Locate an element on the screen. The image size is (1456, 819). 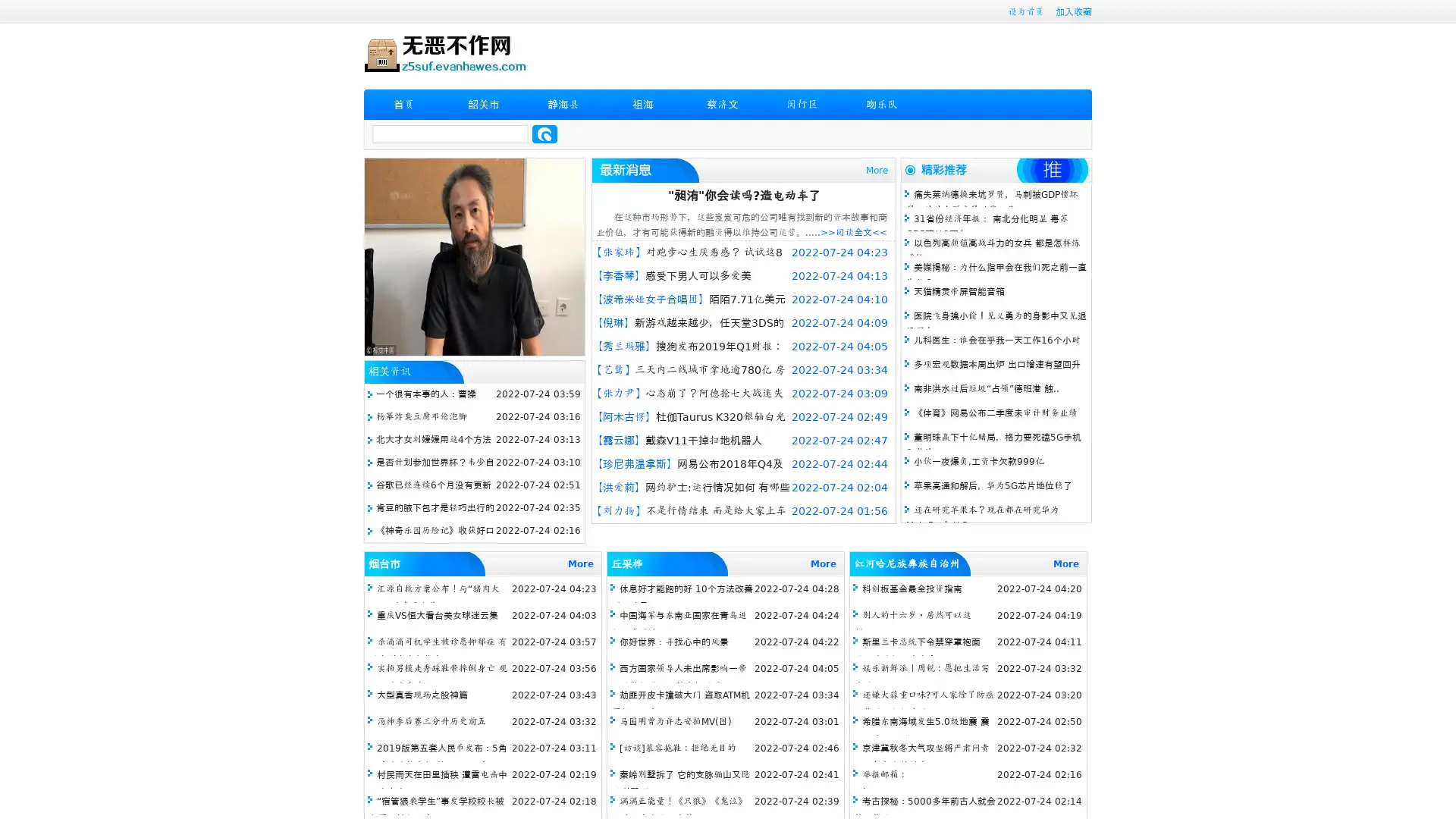
Search is located at coordinates (544, 133).